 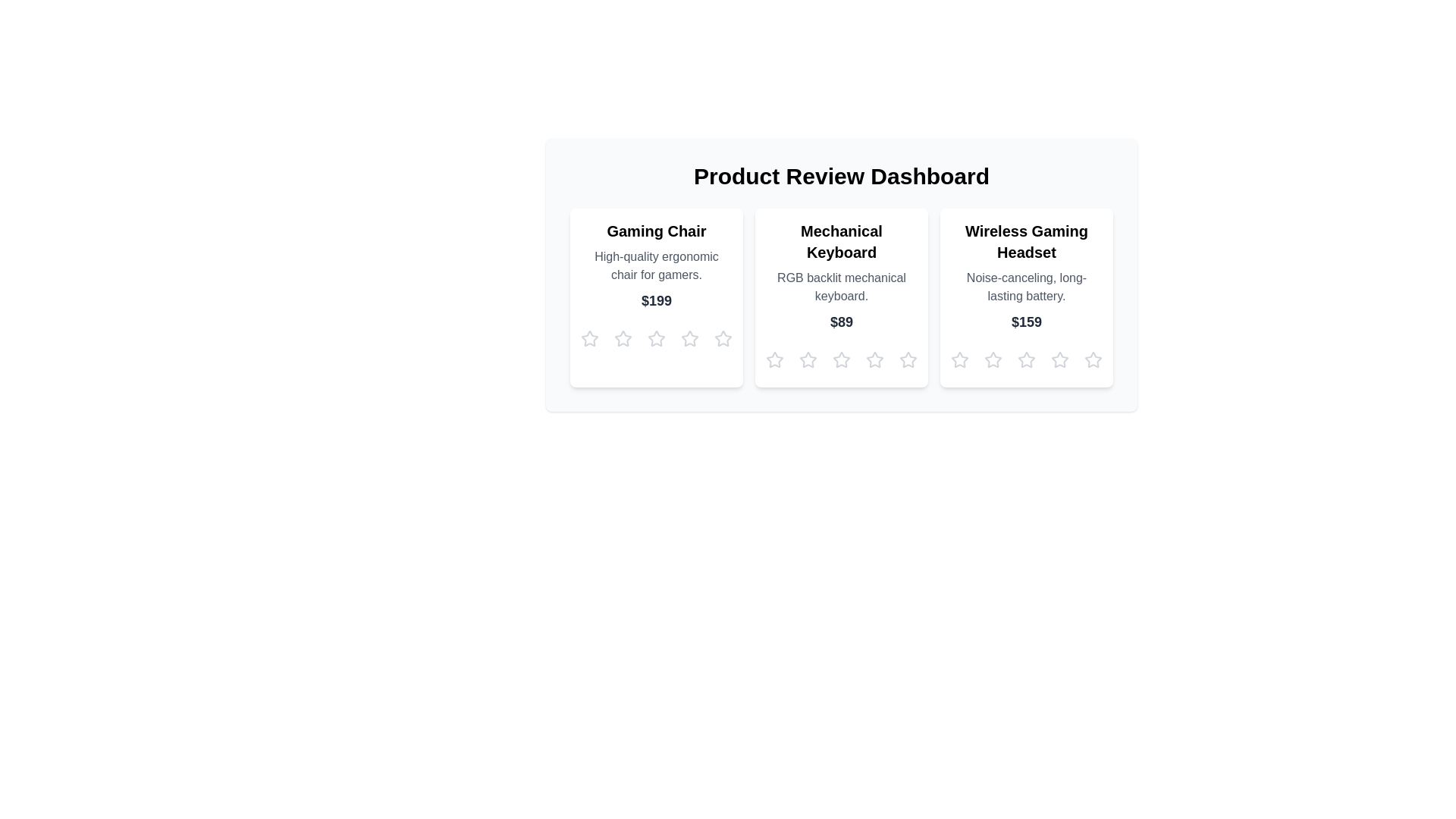 What do you see at coordinates (723, 338) in the screenshot?
I see `the star corresponding to 5 for the product Gaming Chair` at bounding box center [723, 338].